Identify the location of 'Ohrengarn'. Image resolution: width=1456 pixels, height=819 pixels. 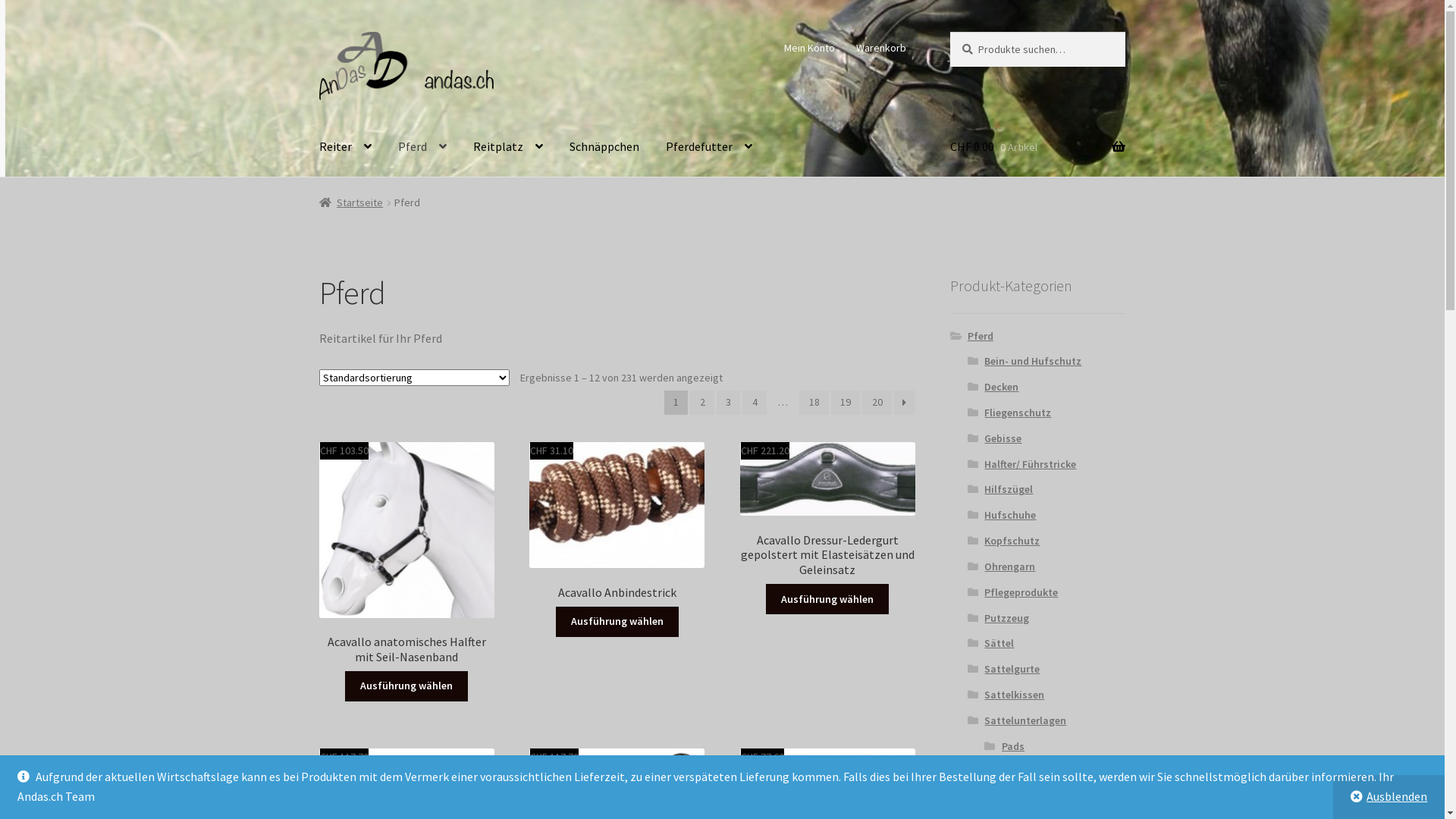
(1009, 566).